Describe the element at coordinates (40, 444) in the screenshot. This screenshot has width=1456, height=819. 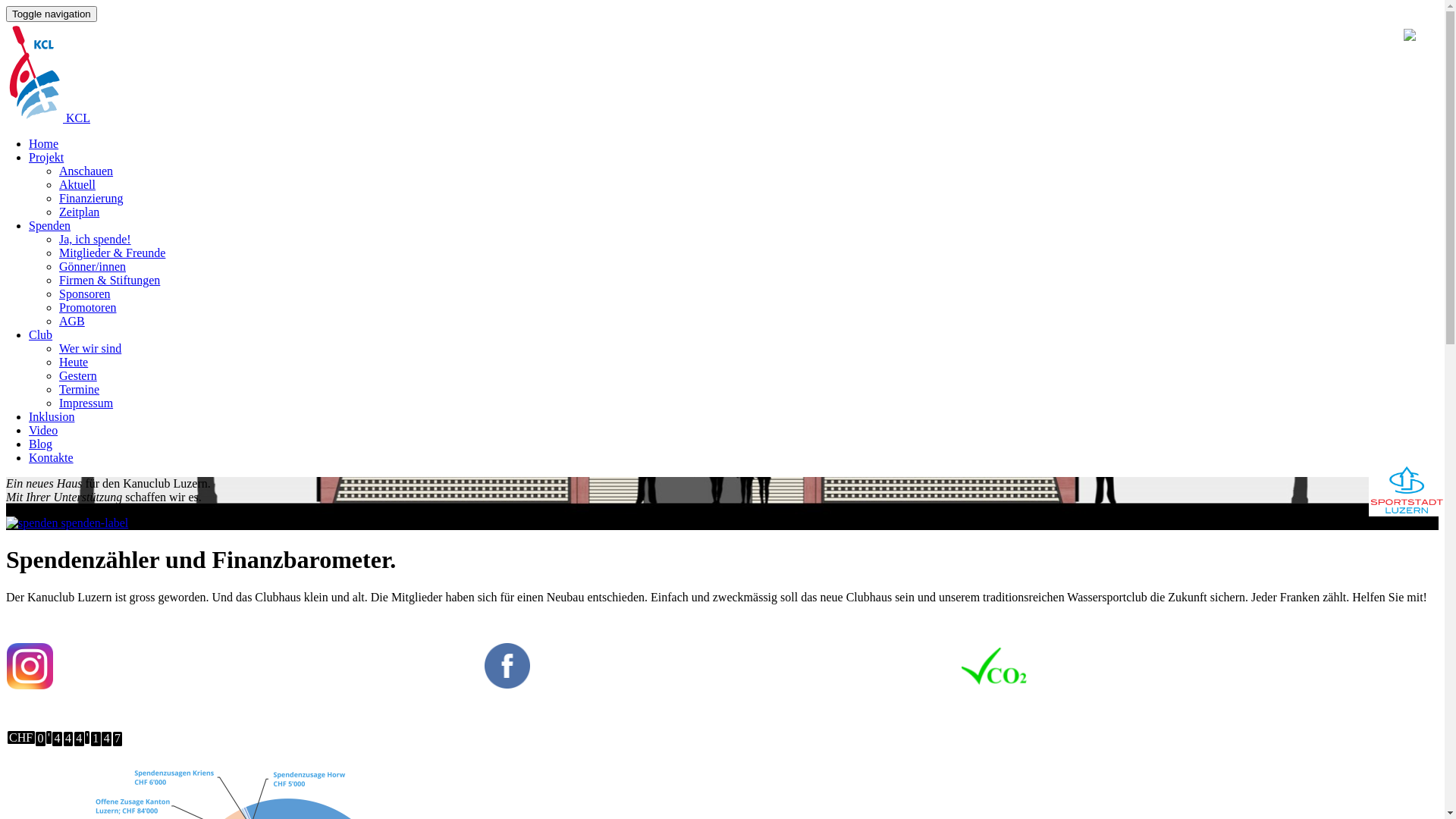
I see `'Blog'` at that location.